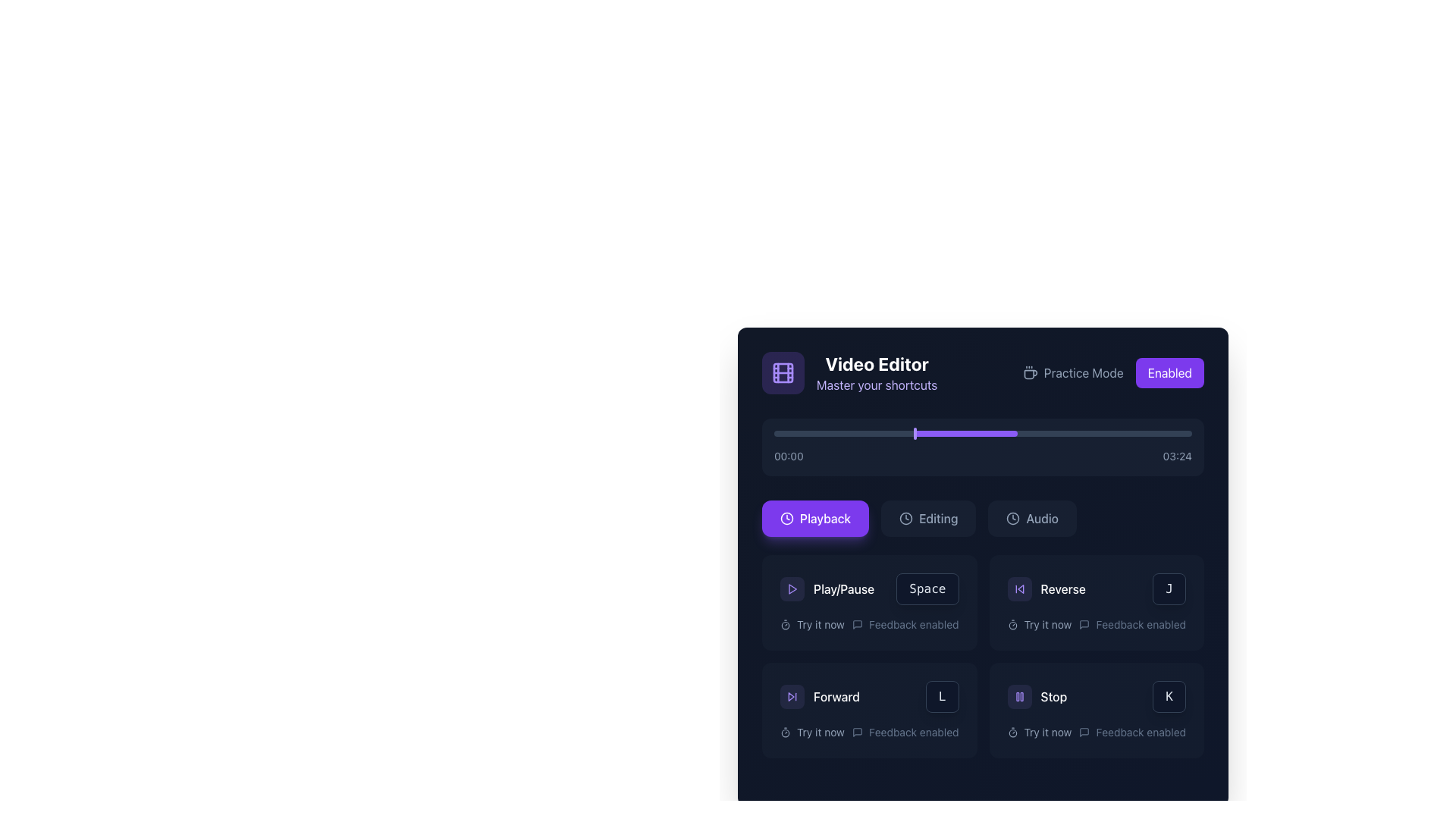 The width and height of the screenshot is (1456, 819). I want to click on the visually distinct rounded purple progress marker located slightly above the horizontal progress bar, so click(914, 433).